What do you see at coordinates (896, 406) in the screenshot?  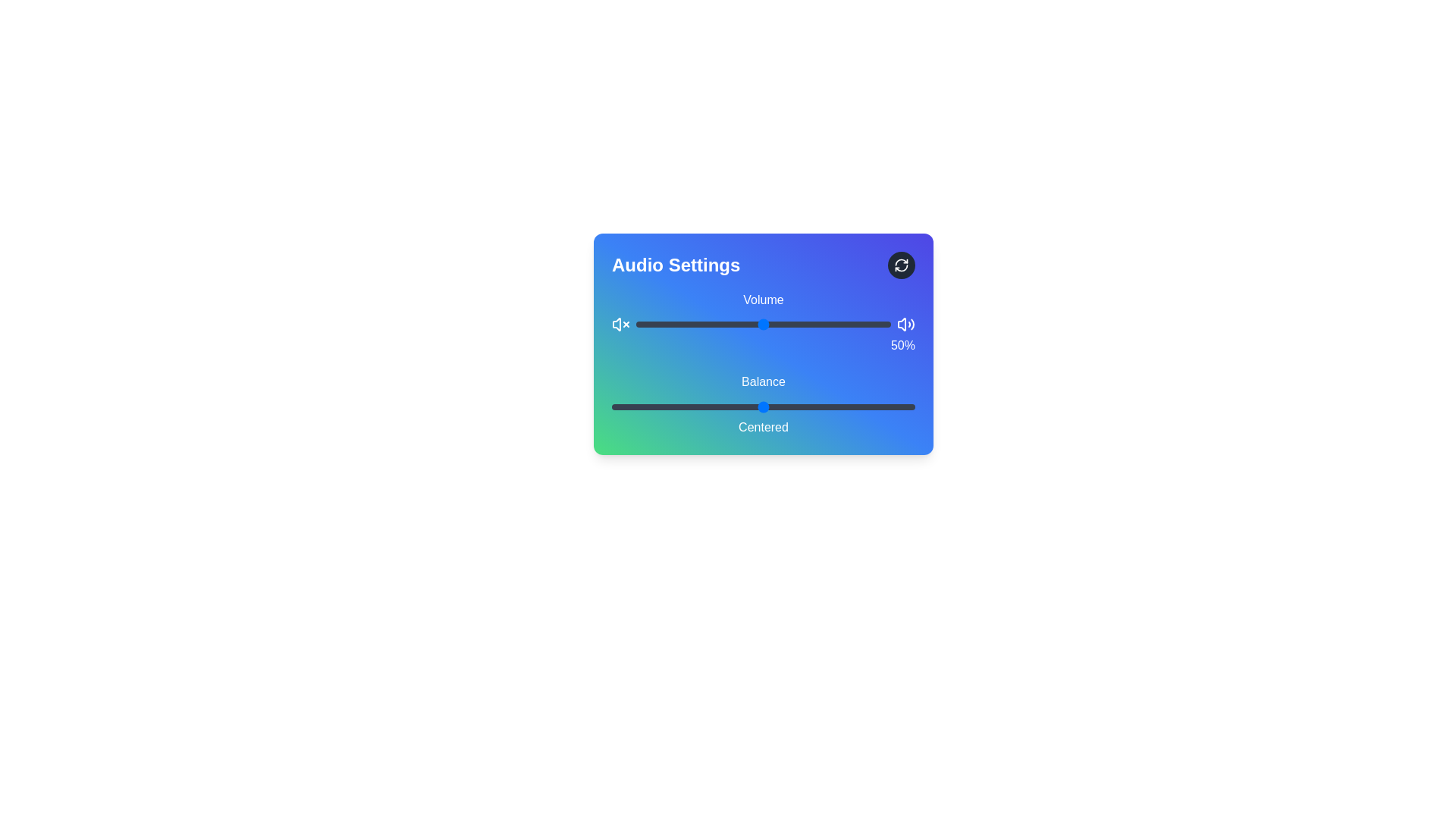 I see `the balance slider` at bounding box center [896, 406].